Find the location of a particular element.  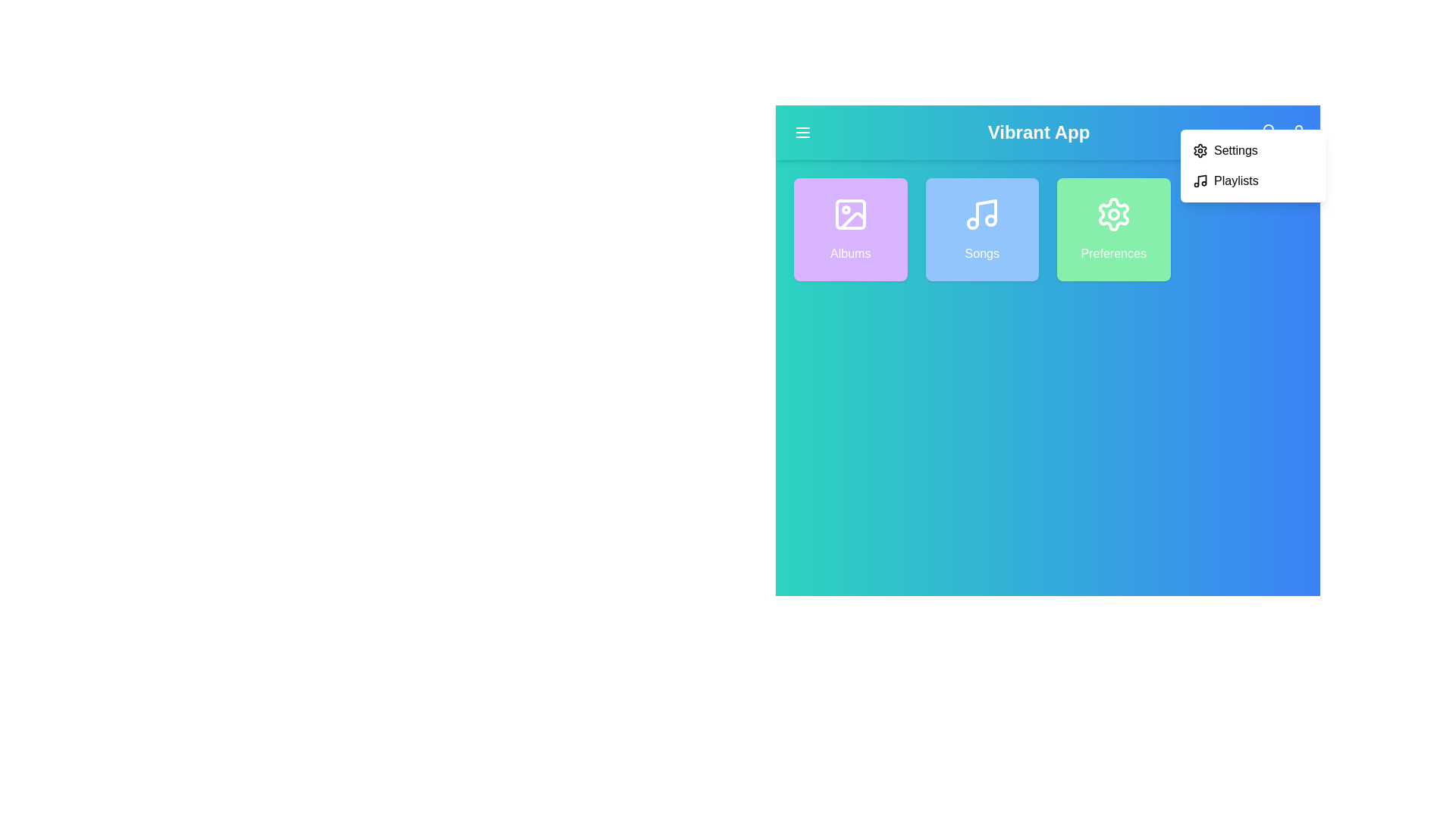

the menu button located at the top-left corner of the navigation bar is located at coordinates (802, 131).